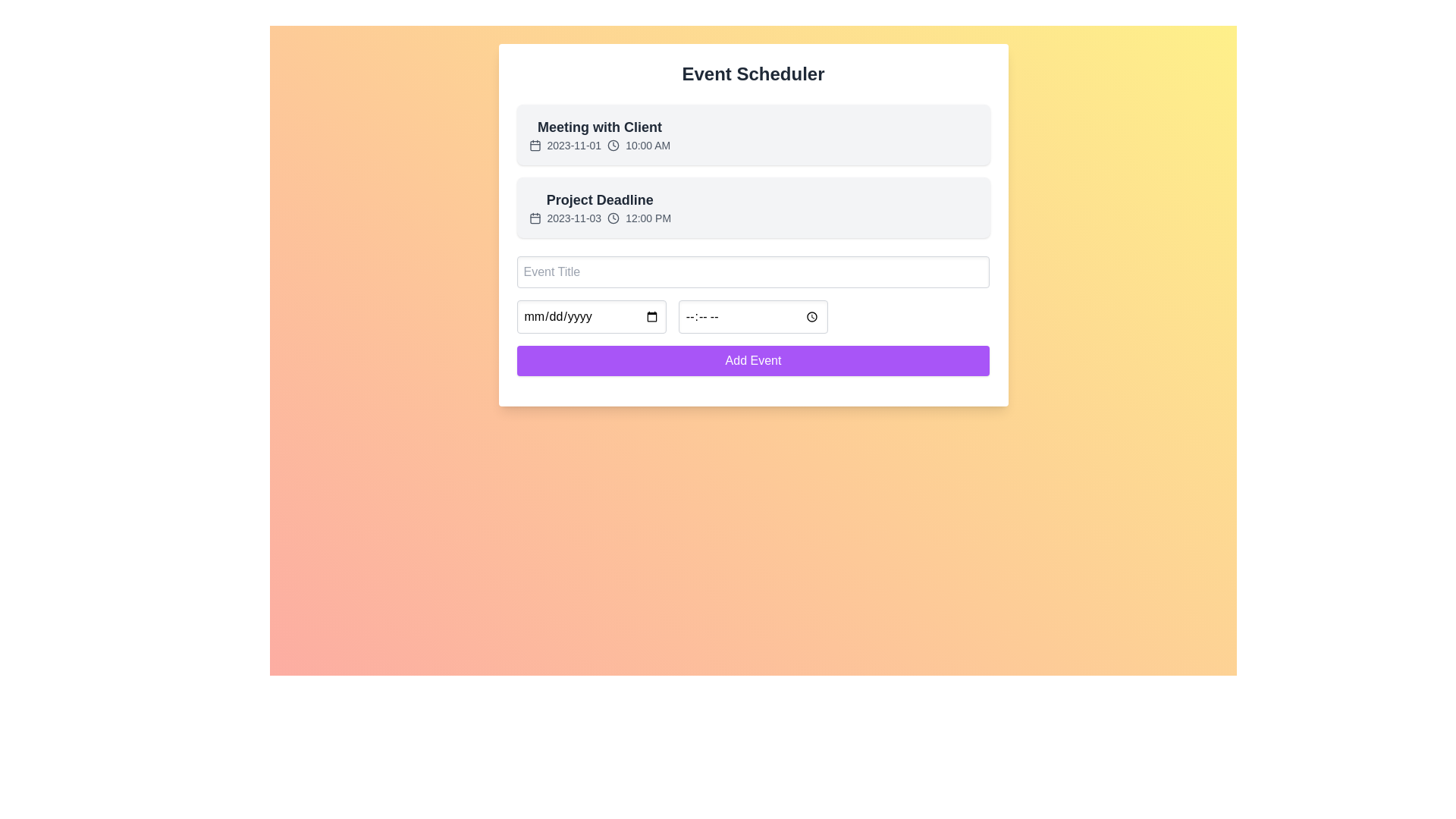  What do you see at coordinates (599, 199) in the screenshot?
I see `the text label 'Project Deadline' which is styled in bold and located at the top of the second event card in the event list` at bounding box center [599, 199].